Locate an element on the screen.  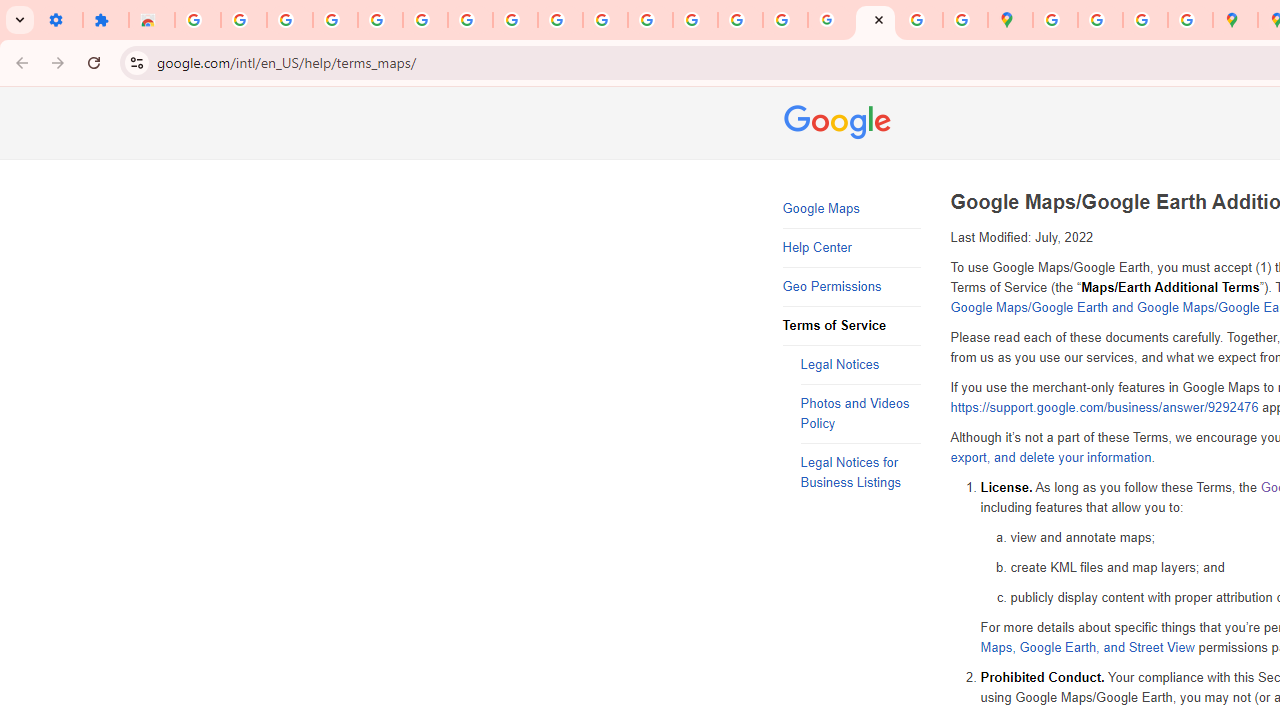
'Legal Notices for Business Listings' is located at coordinates (860, 473).